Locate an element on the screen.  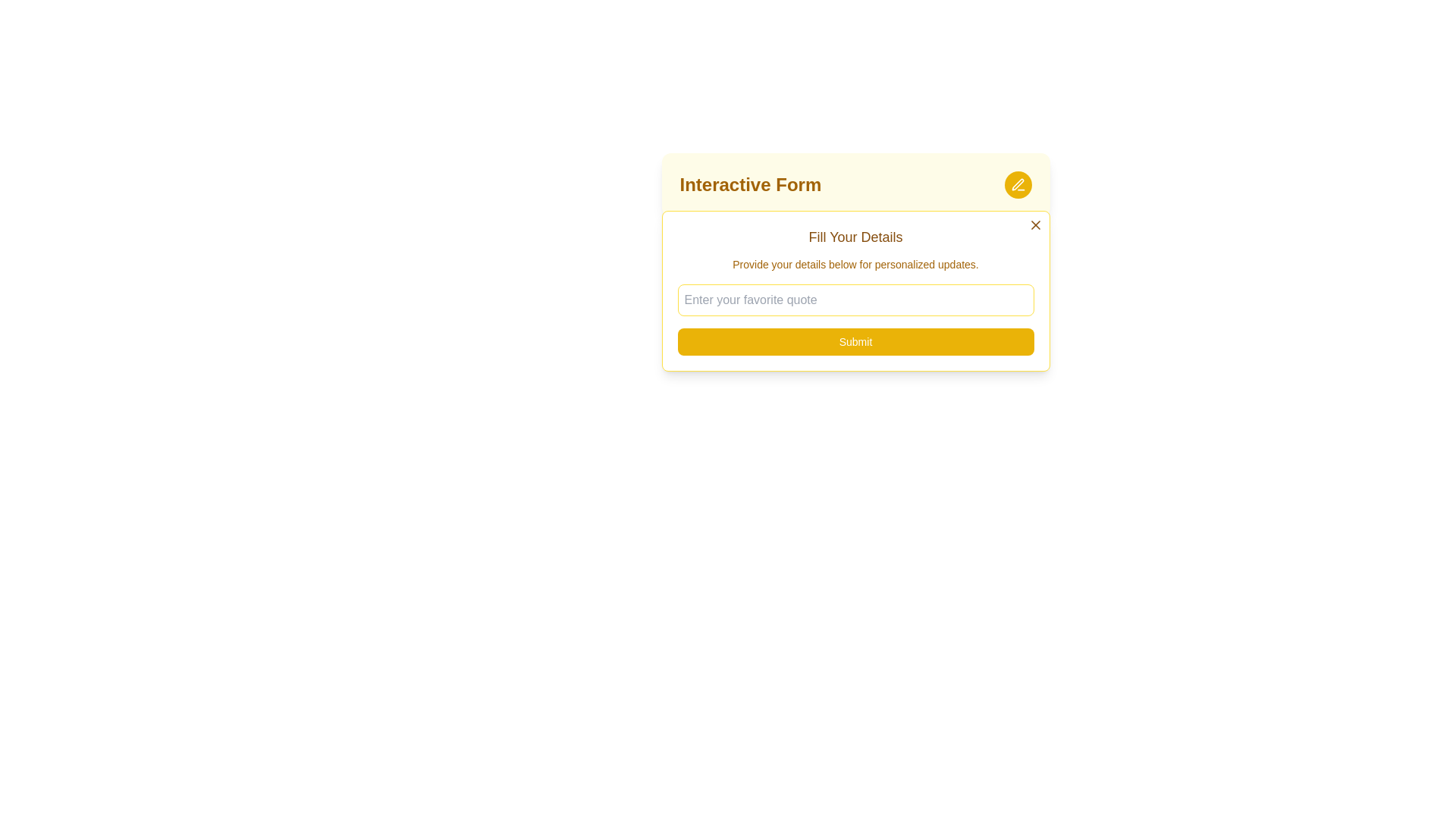
the diagonal cross icon located in the top-right corner of the interactive form is located at coordinates (1034, 225).